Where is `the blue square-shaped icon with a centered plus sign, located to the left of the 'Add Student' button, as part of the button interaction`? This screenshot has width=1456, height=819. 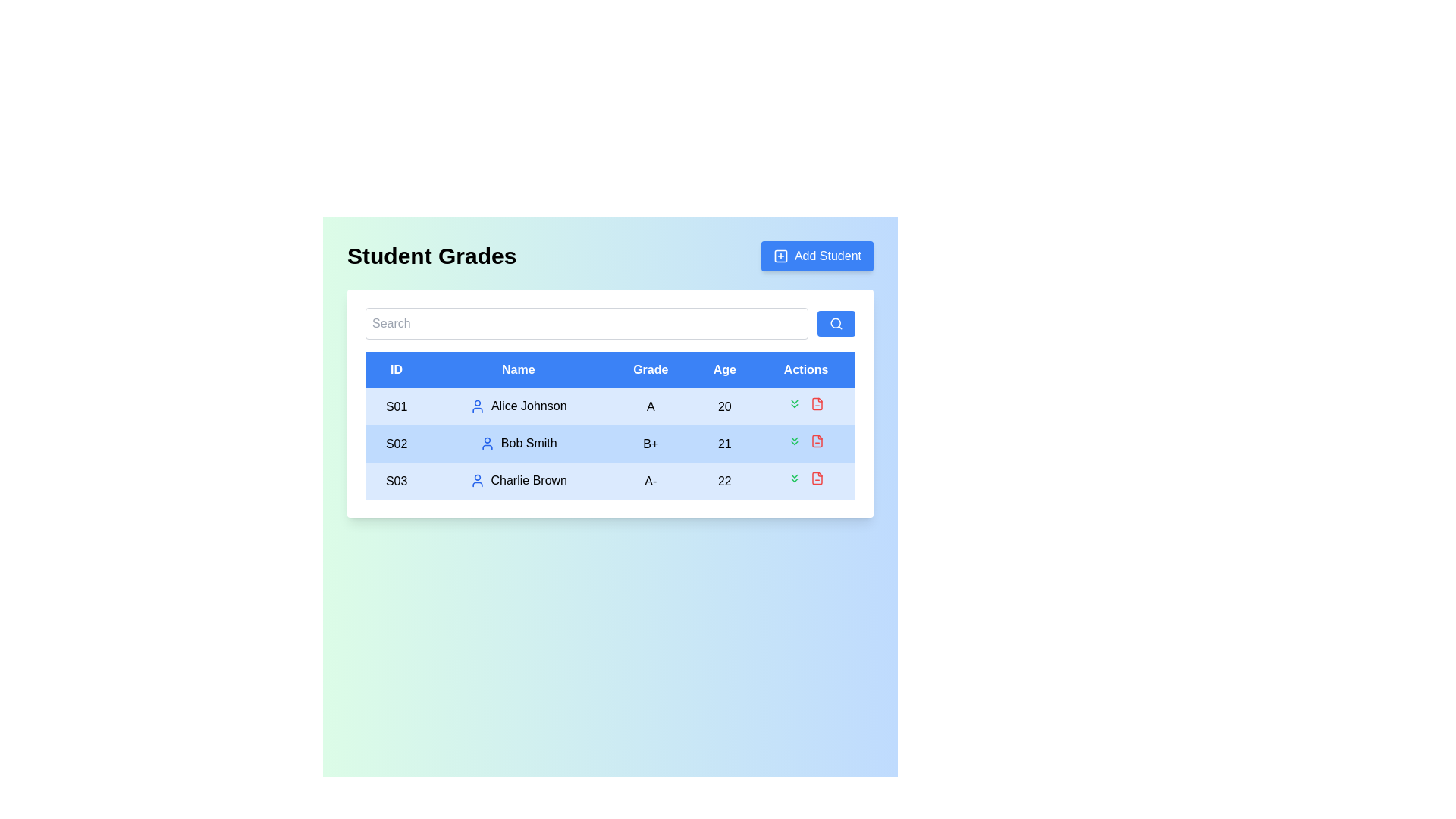
the blue square-shaped icon with a centered plus sign, located to the left of the 'Add Student' button, as part of the button interaction is located at coordinates (780, 256).